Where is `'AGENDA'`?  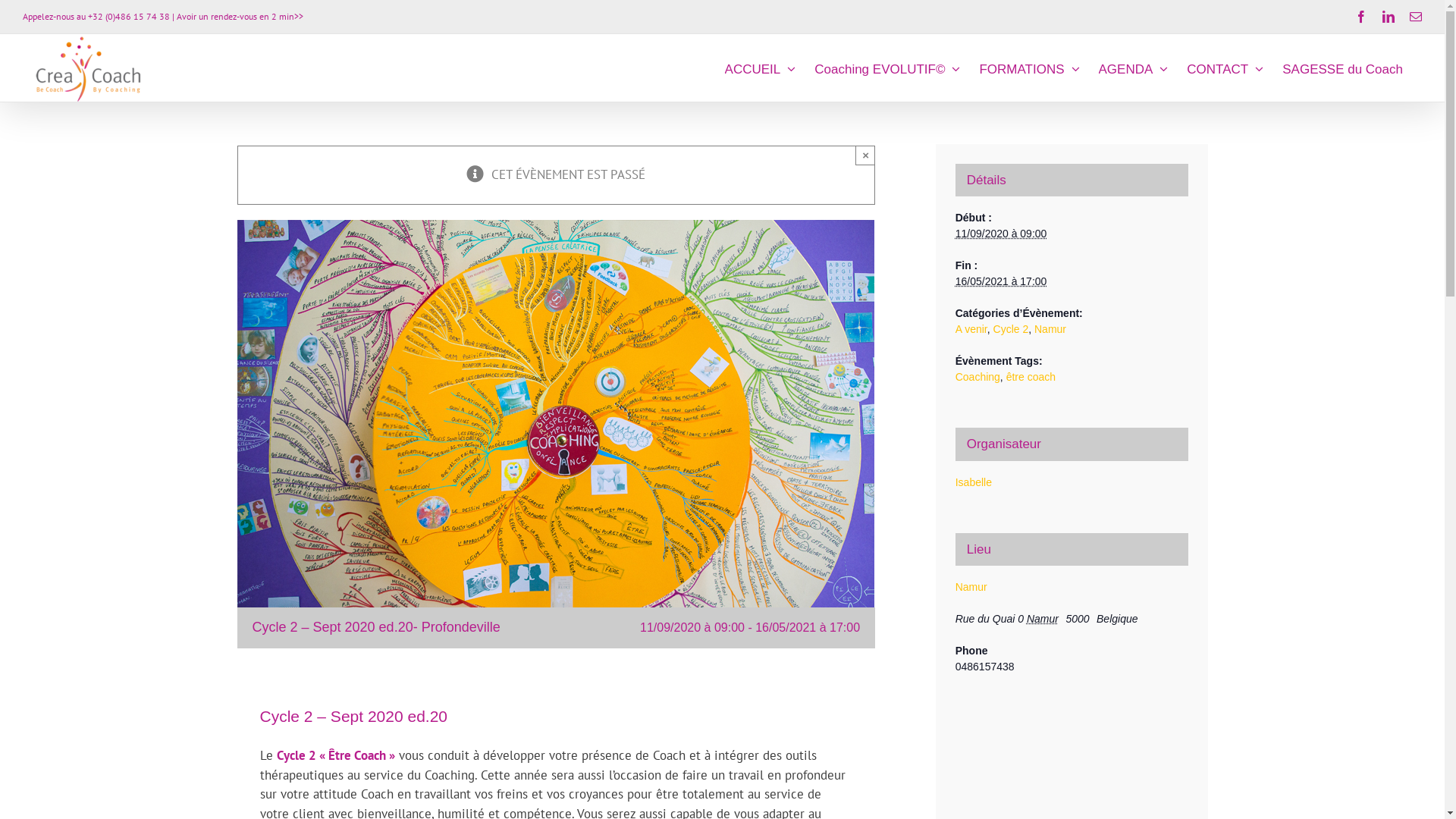
'AGENDA' is located at coordinates (1099, 67).